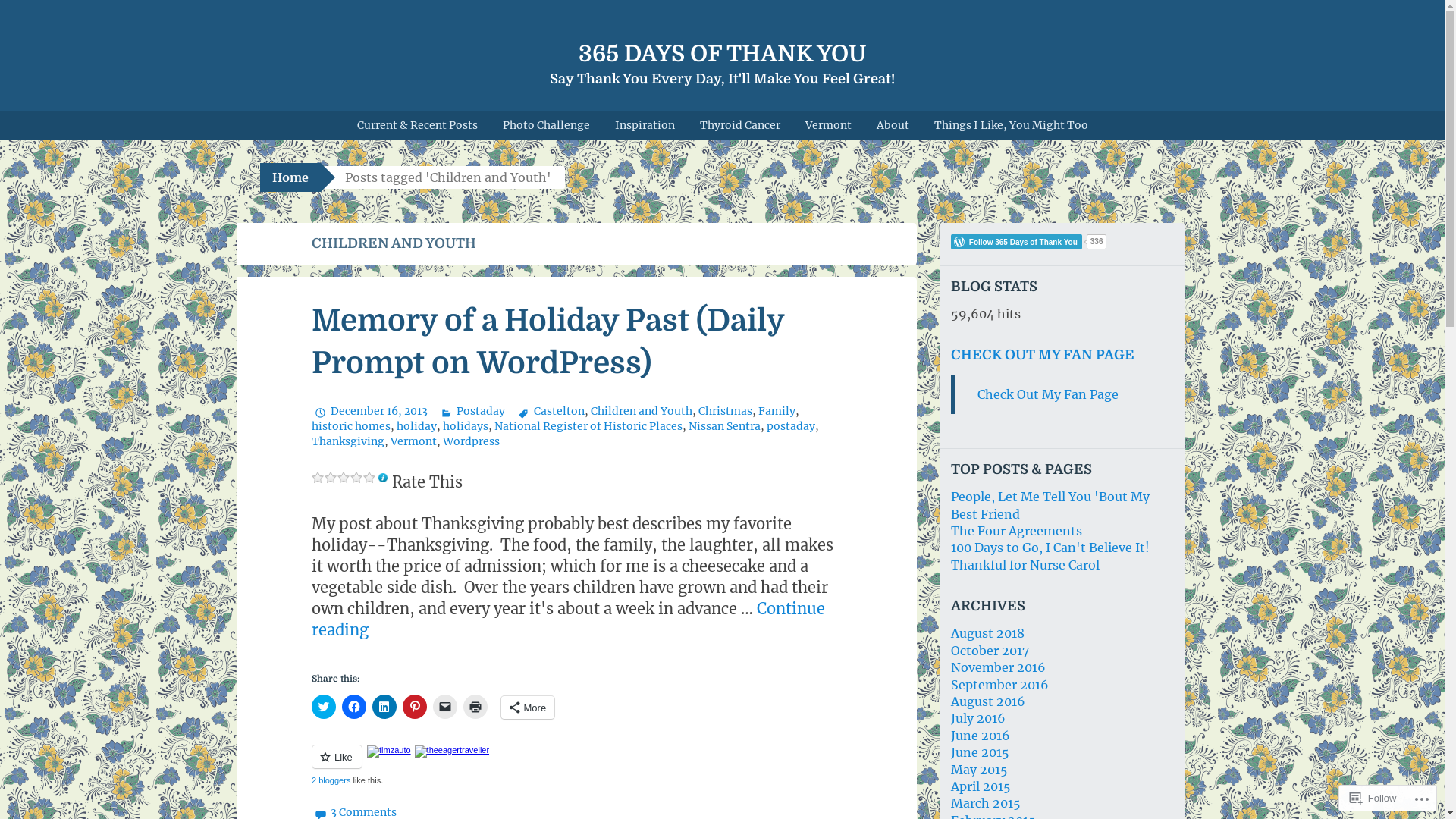 The height and width of the screenshot is (819, 1456). I want to click on 'Wordpress', so click(442, 441).